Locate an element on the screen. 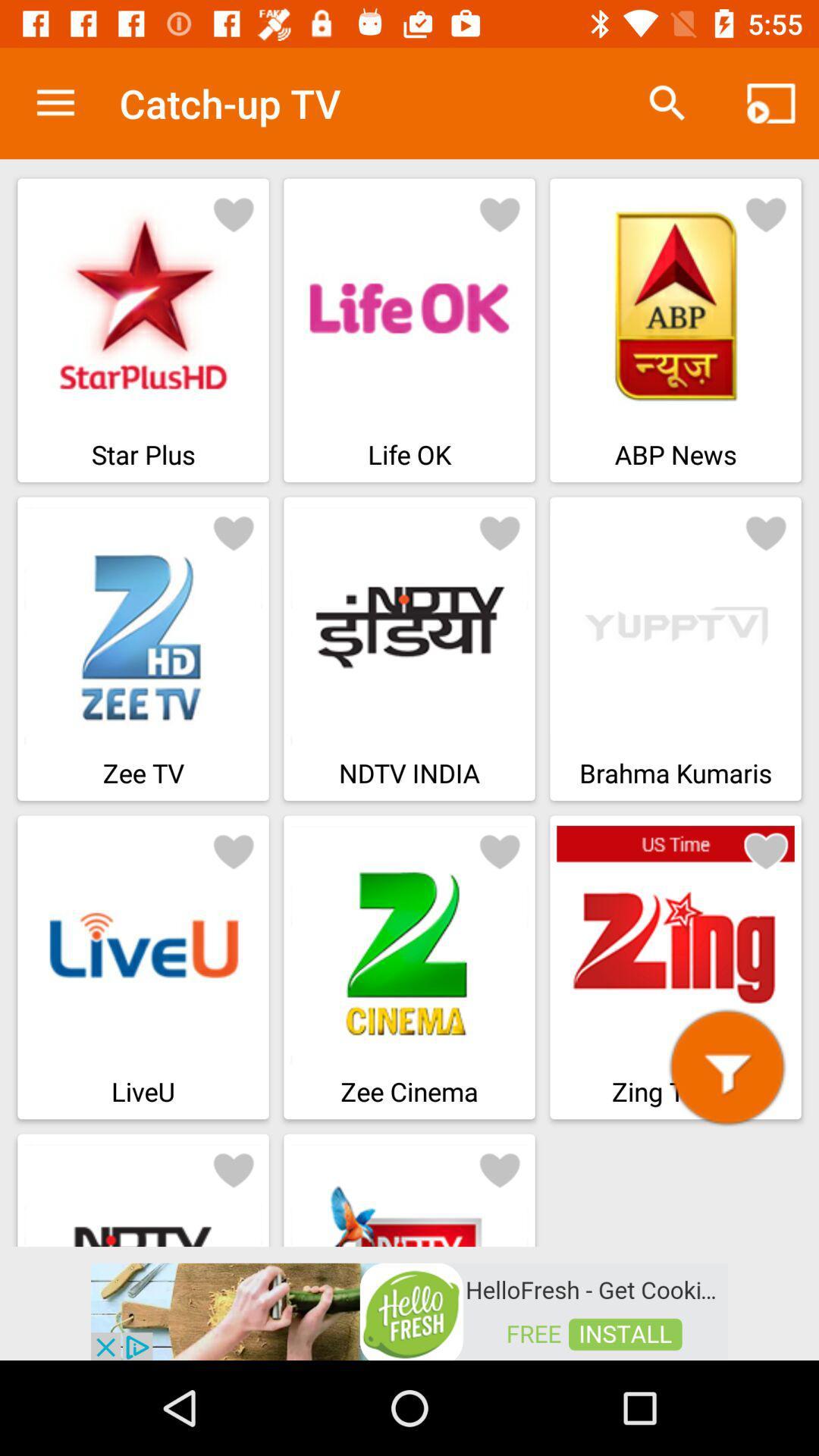 This screenshot has height=1456, width=819. like is located at coordinates (234, 532).